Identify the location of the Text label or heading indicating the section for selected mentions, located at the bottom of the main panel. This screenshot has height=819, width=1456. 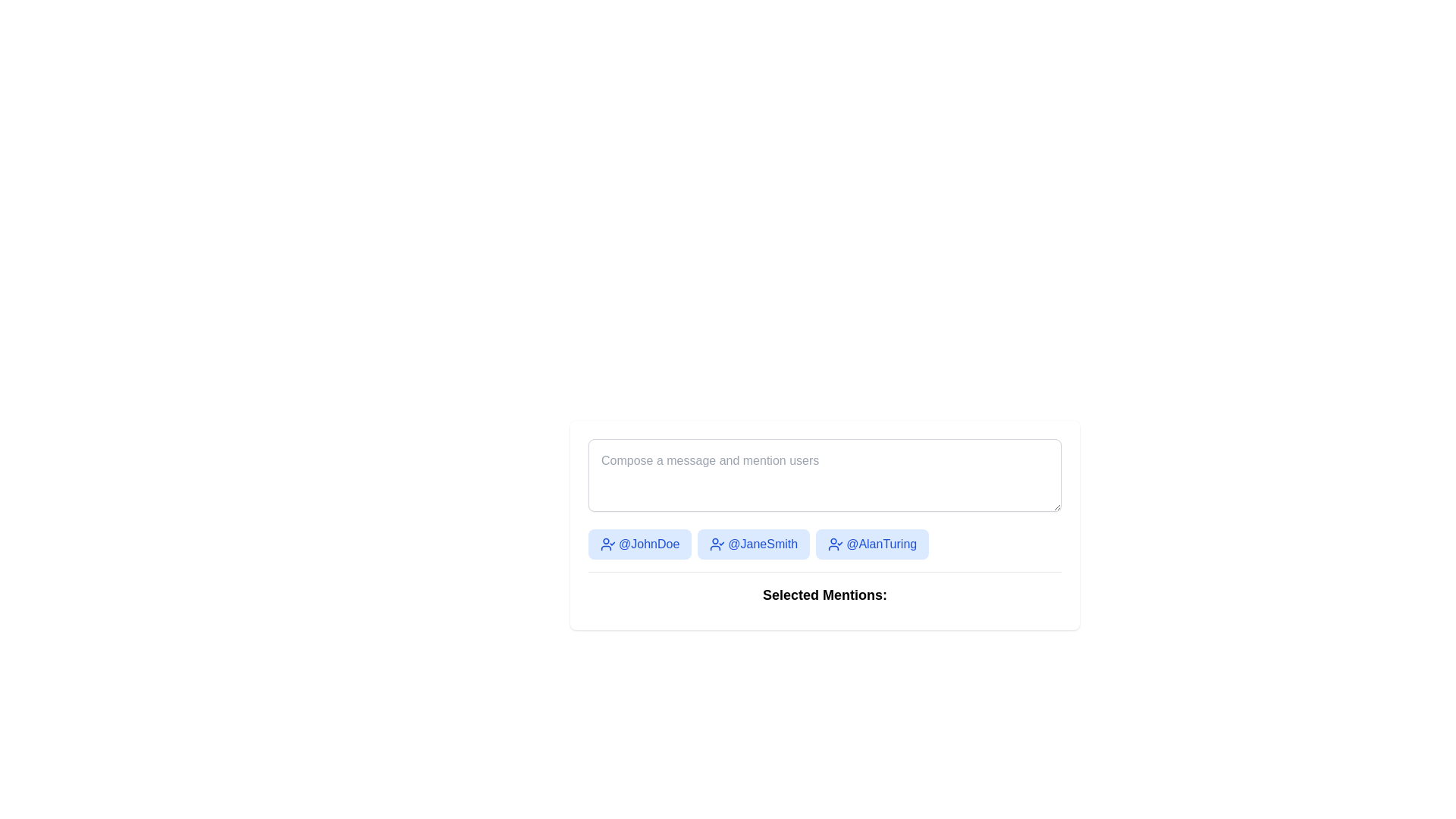
(824, 590).